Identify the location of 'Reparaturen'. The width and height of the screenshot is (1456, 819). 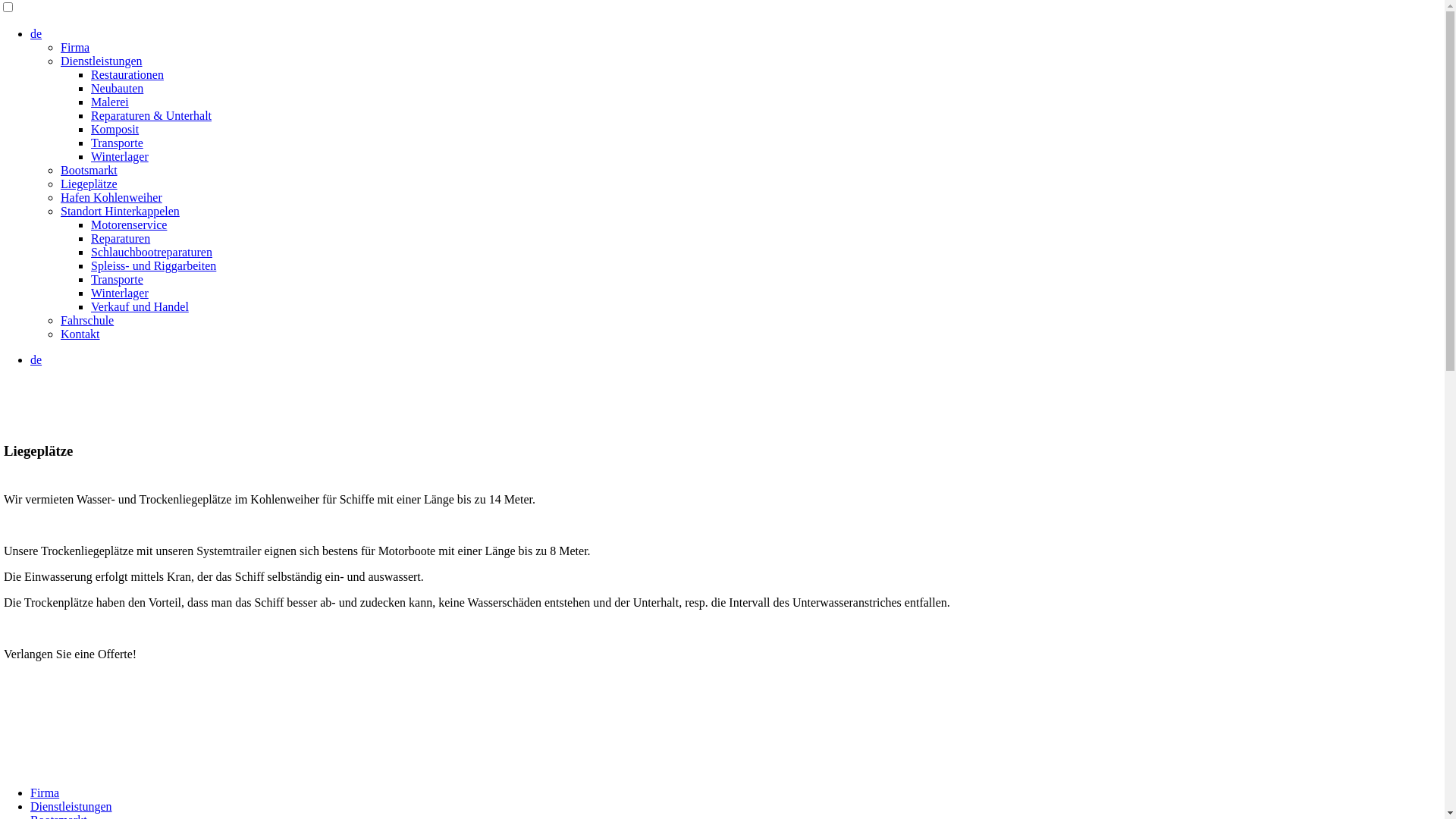
(119, 238).